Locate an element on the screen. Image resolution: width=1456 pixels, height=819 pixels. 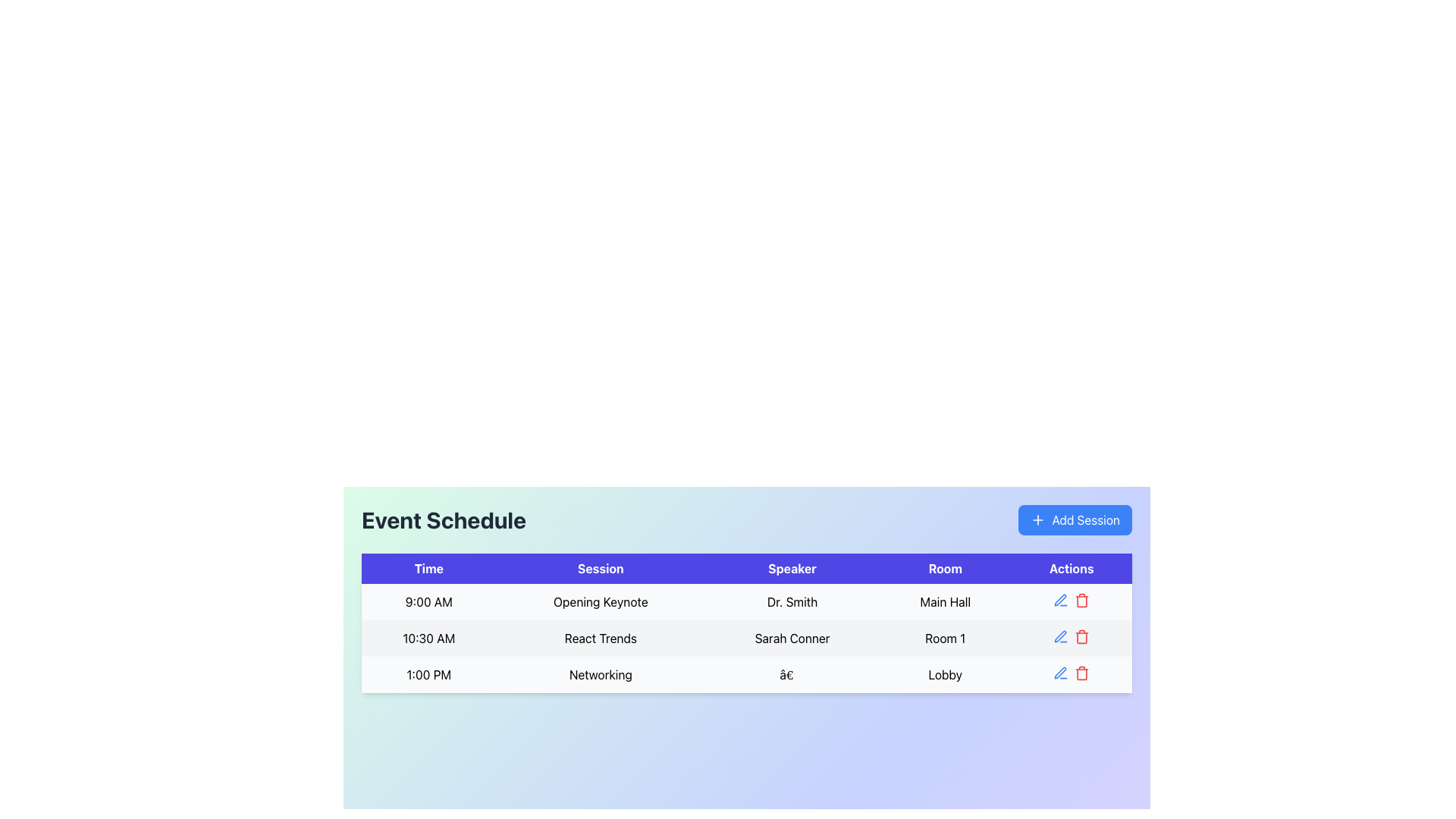
the blue pen icon representing the edit action in the 'Actions' column of the third row for the 'Networking' session at 1:00 PM is located at coordinates (1060, 672).